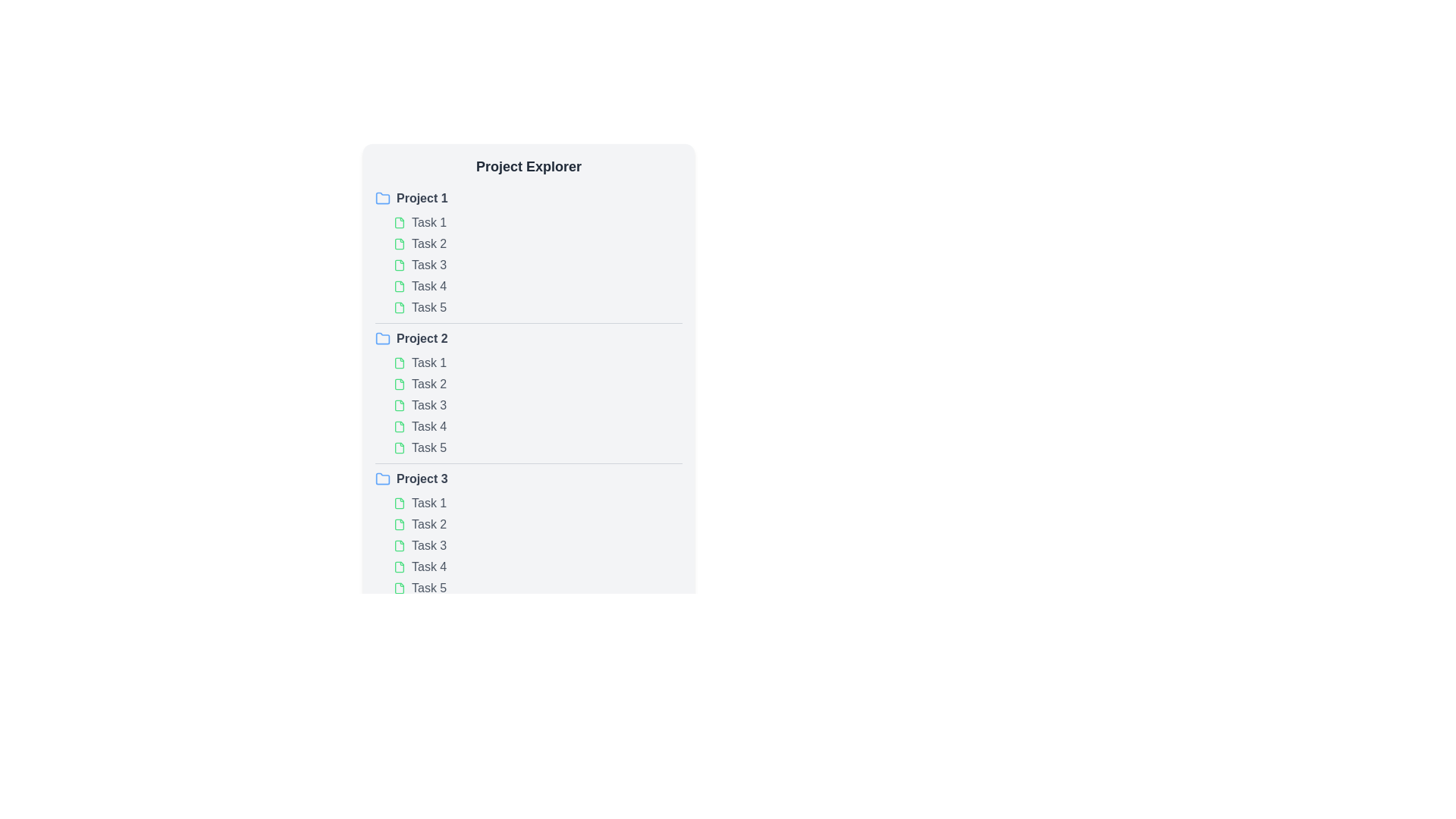  What do you see at coordinates (400, 405) in the screenshot?
I see `the green file icon located to the left of the text element labeled 'Task 3'` at bounding box center [400, 405].